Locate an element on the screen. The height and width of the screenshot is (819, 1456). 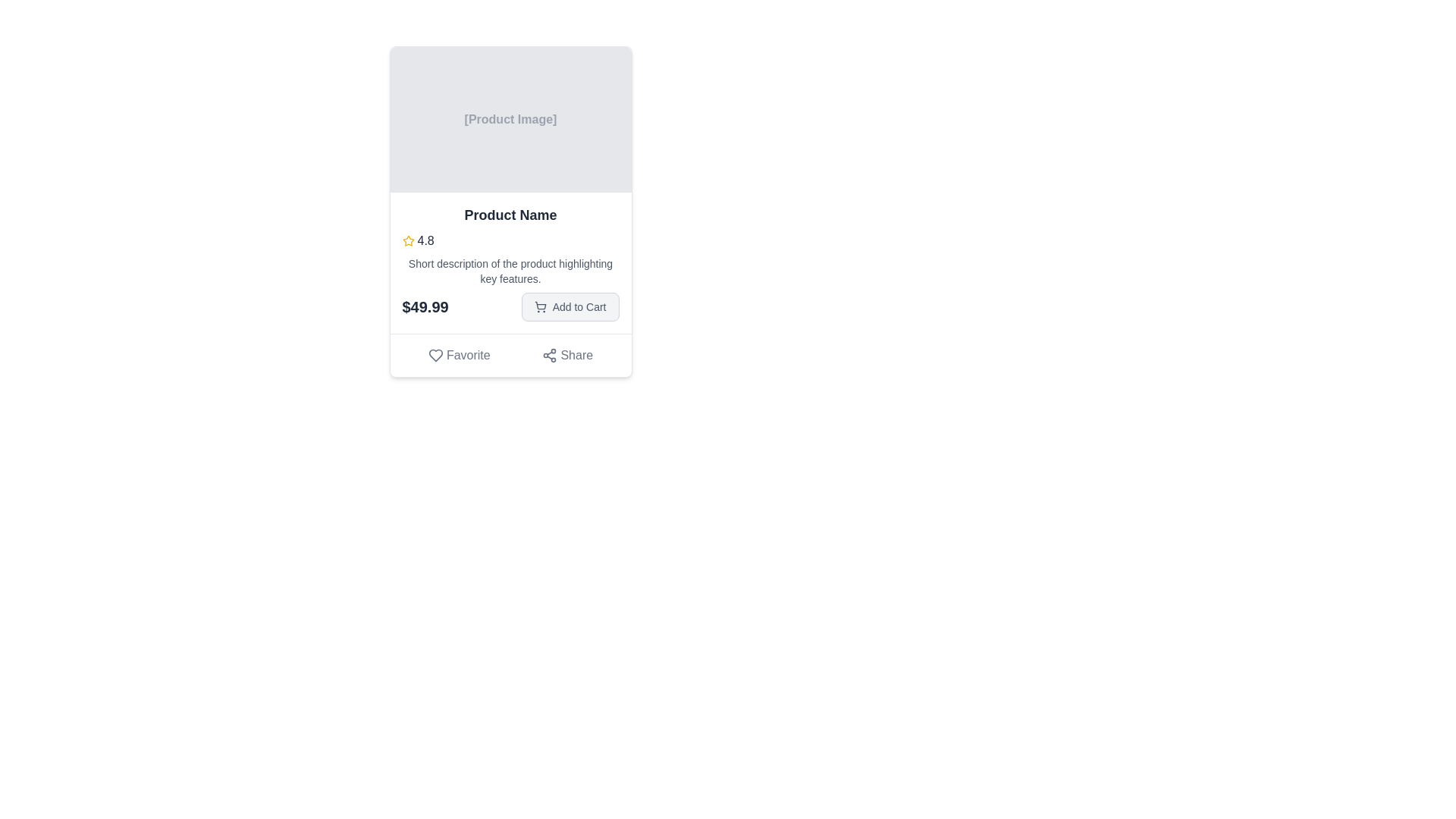
the heart-shaped outline icon within the 'Favorite' button at the bottom left of the card component to favorite the item is located at coordinates (435, 356).